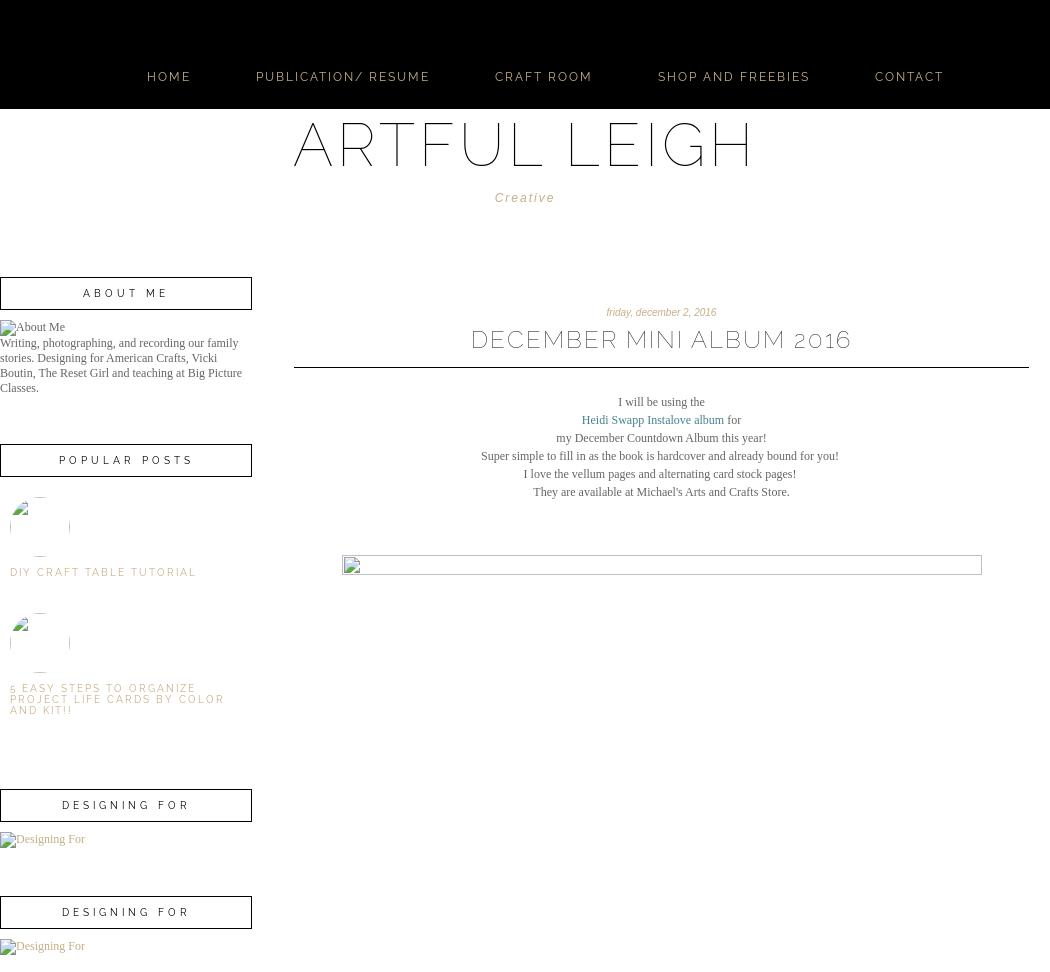 Image resolution: width=1050 pixels, height=972 pixels. What do you see at coordinates (651, 419) in the screenshot?
I see `'Heidi Swapp Instalove album'` at bounding box center [651, 419].